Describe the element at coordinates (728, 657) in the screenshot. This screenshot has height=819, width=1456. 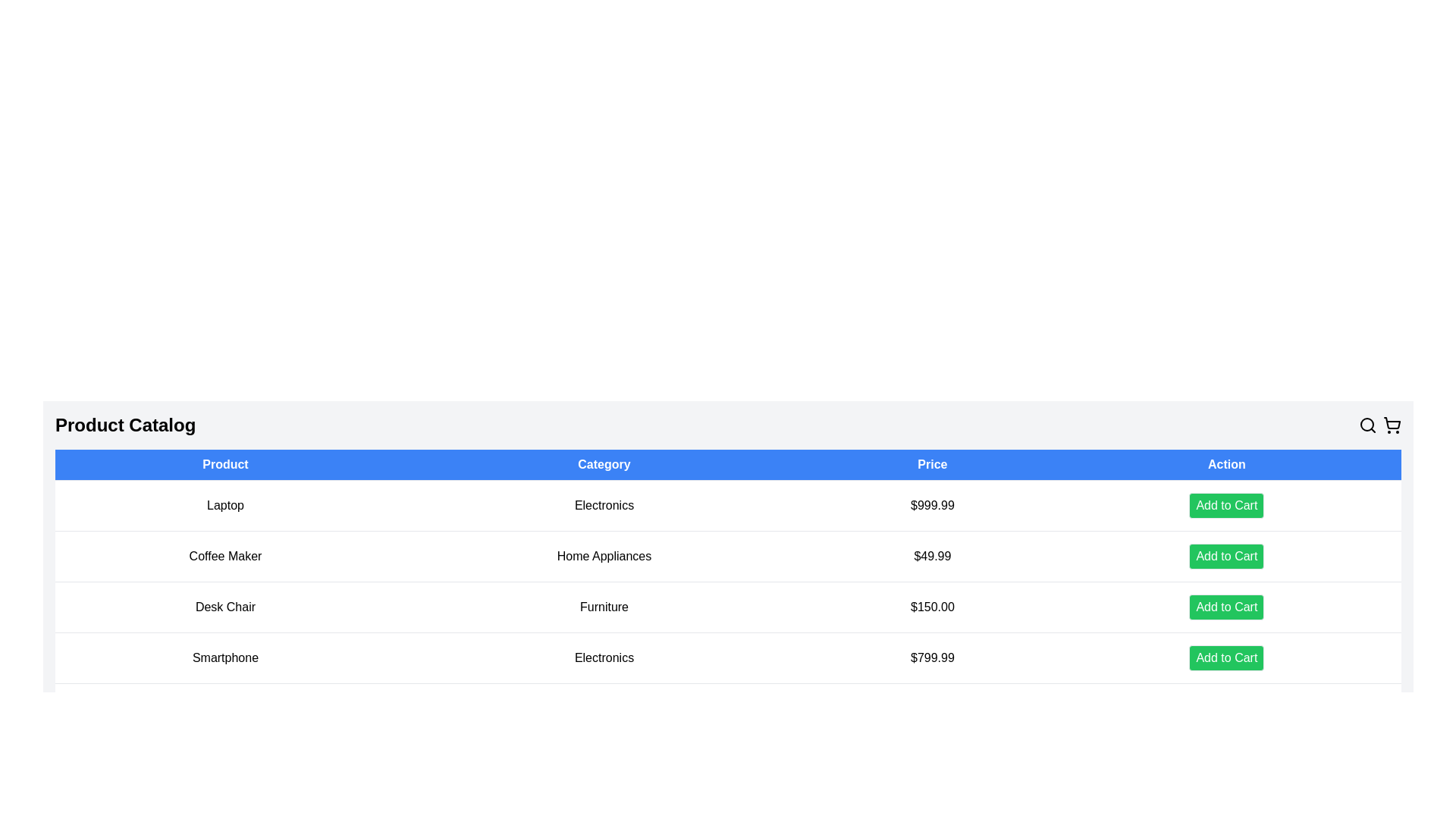
I see `details of the product from the fourth row of the product catalog, which includes product name, category, price, and has an actionable button to add to the shopping cart` at that location.